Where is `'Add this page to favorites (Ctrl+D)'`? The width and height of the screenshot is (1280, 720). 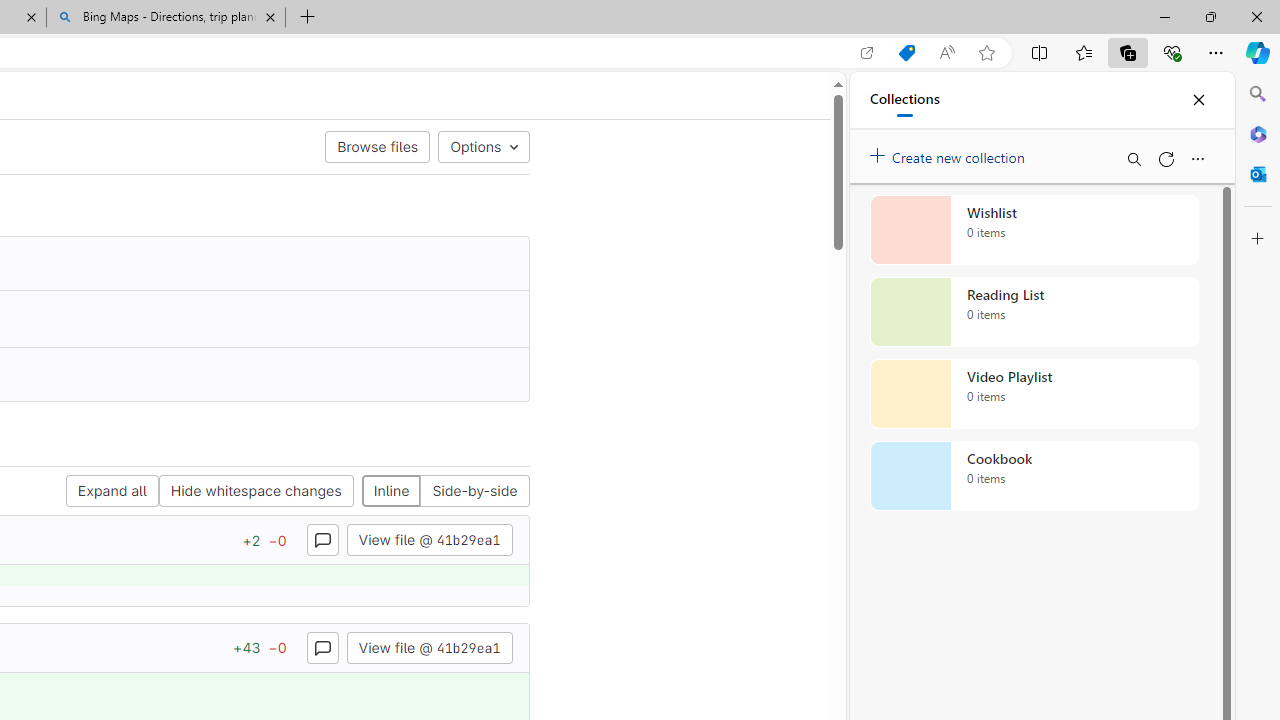 'Add this page to favorites (Ctrl+D)' is located at coordinates (986, 52).